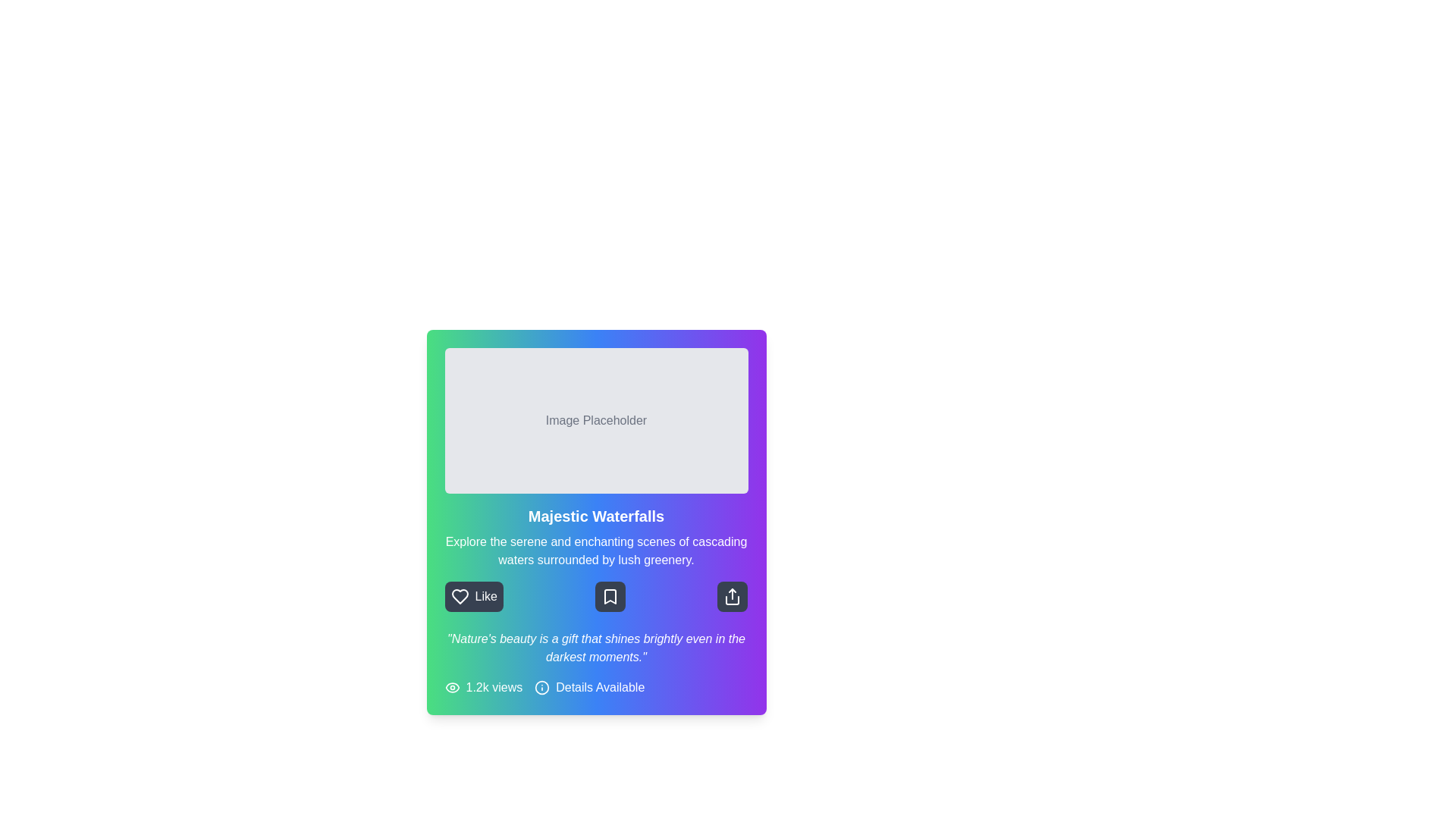 The height and width of the screenshot is (819, 1456). What do you see at coordinates (486, 595) in the screenshot?
I see `the 'Like' text label located to the right of the heart icon at the bottom-left corner of the panel` at bounding box center [486, 595].